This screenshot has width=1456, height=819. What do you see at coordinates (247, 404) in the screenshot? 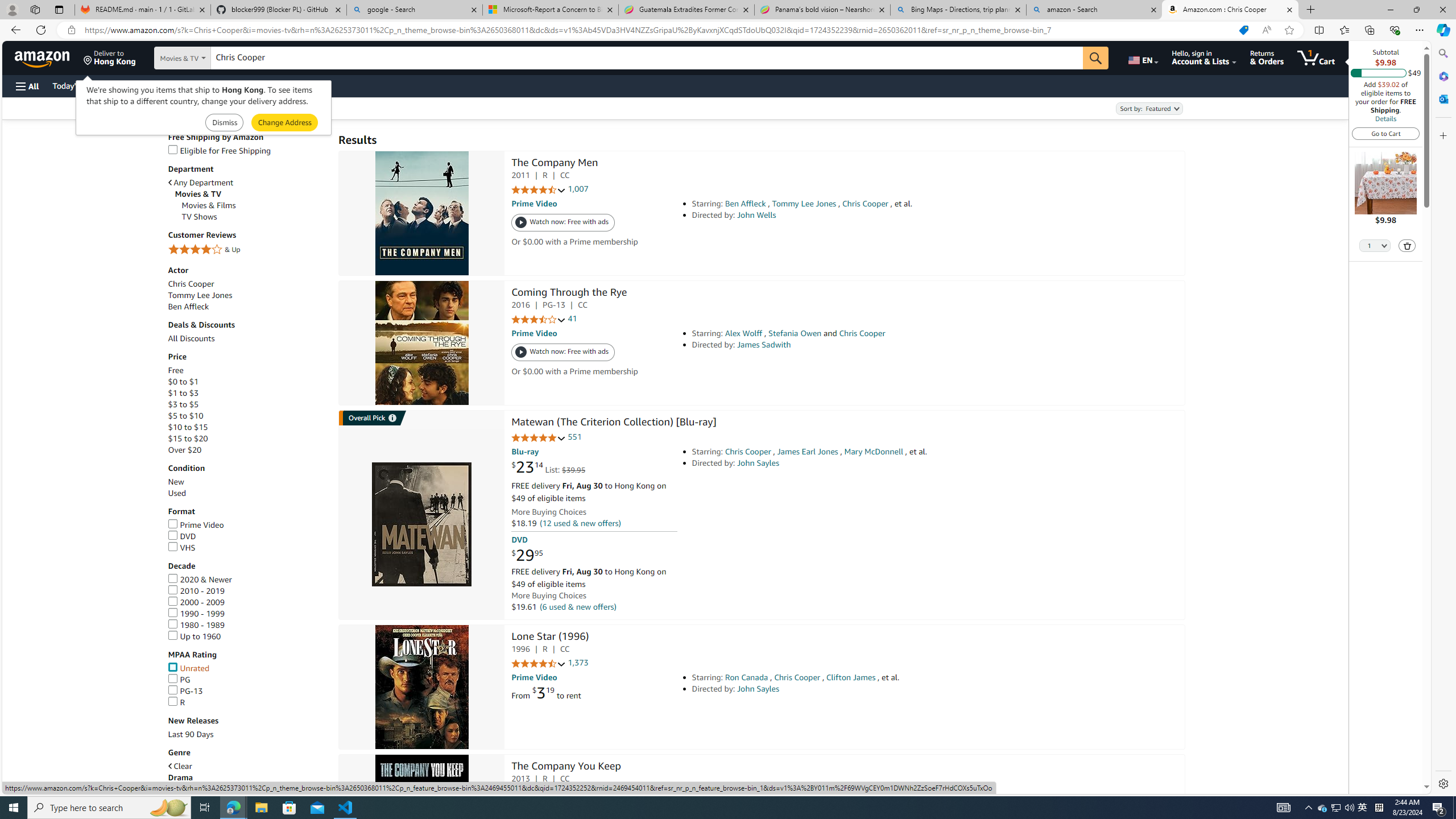
I see `'$3 to $5'` at bounding box center [247, 404].